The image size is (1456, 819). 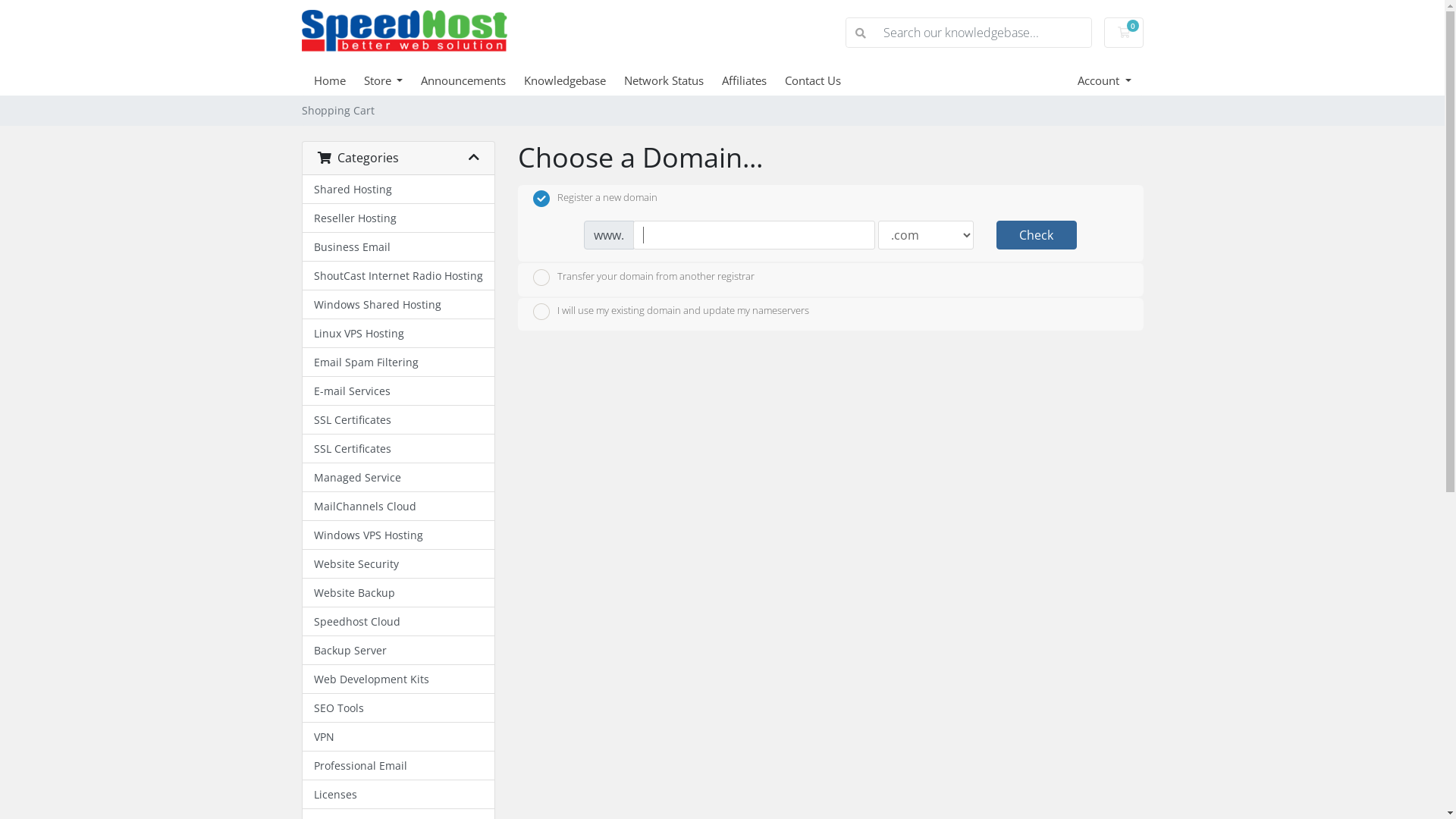 I want to click on 'Home', so click(x=312, y=80).